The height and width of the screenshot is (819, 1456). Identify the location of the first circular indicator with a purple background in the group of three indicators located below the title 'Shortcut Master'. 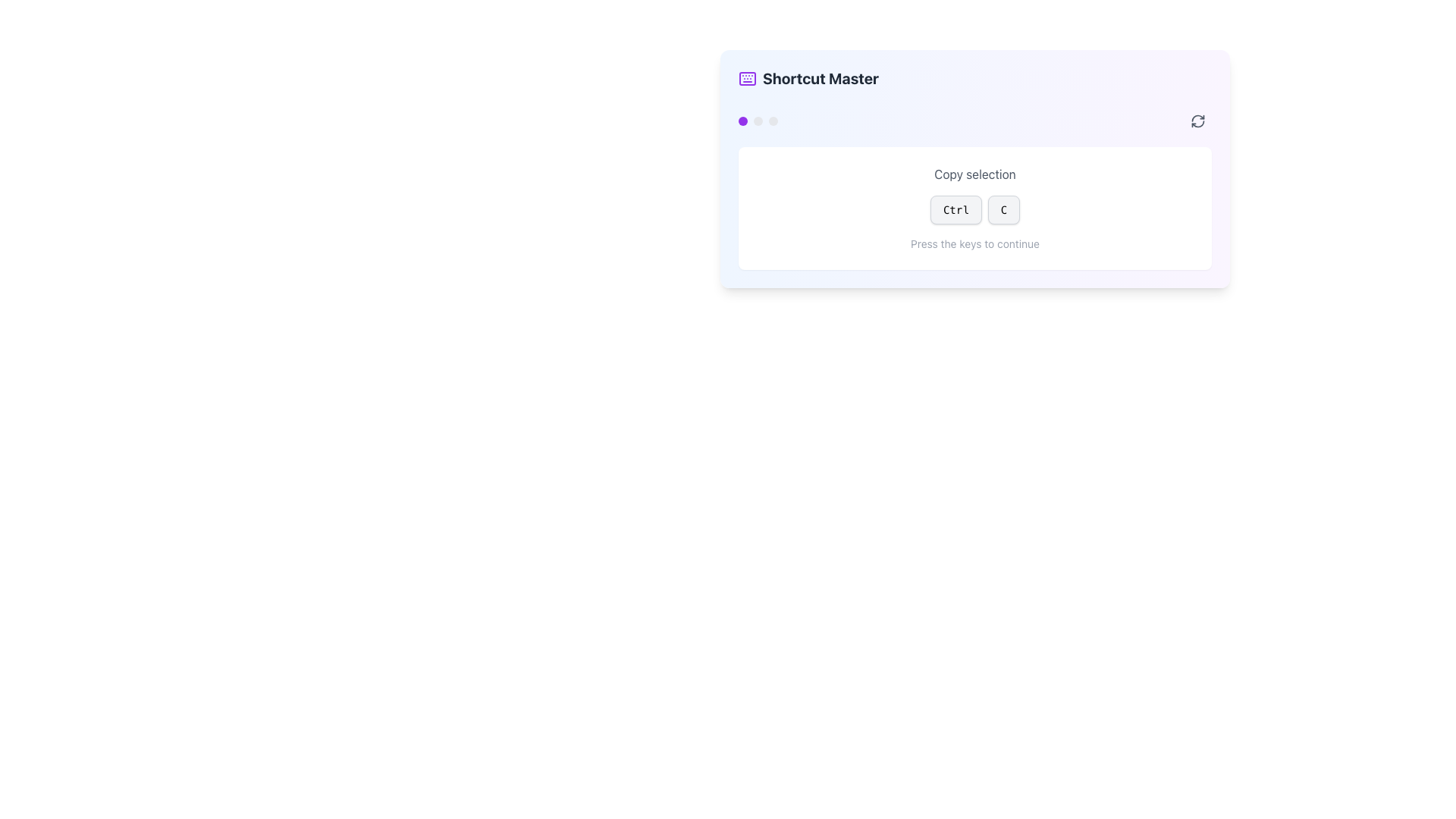
(742, 120).